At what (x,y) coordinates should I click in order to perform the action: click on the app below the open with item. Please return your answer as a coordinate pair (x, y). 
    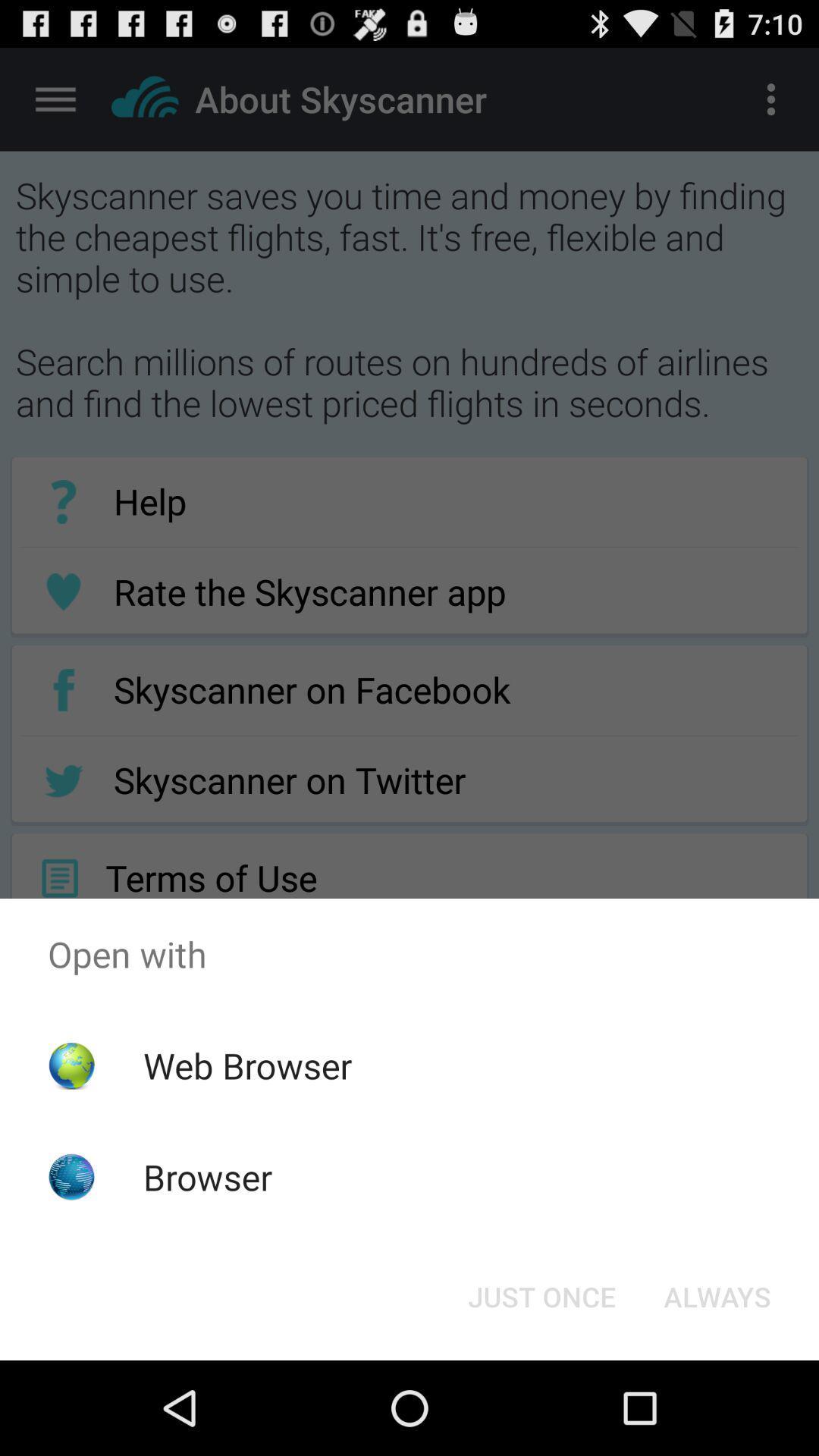
    Looking at the image, I should click on (246, 1065).